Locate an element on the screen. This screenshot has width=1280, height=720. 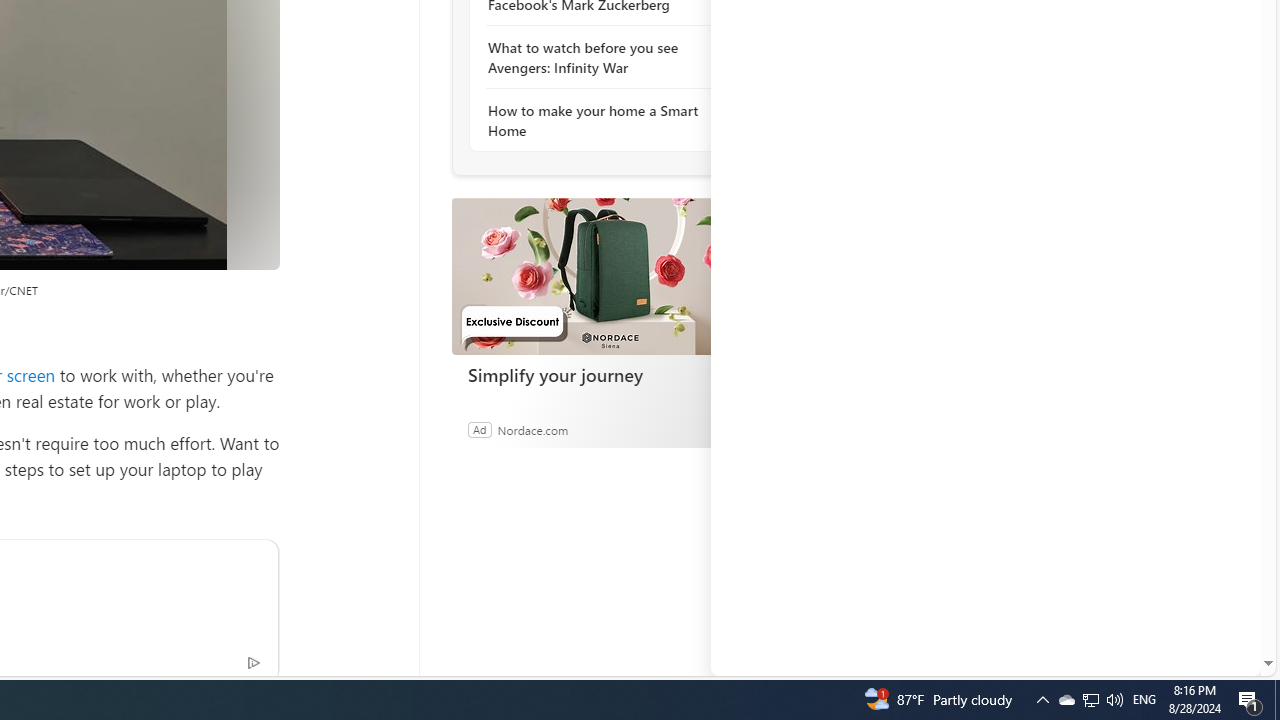
'How to make your home a Smart Home' is located at coordinates (595, 120).